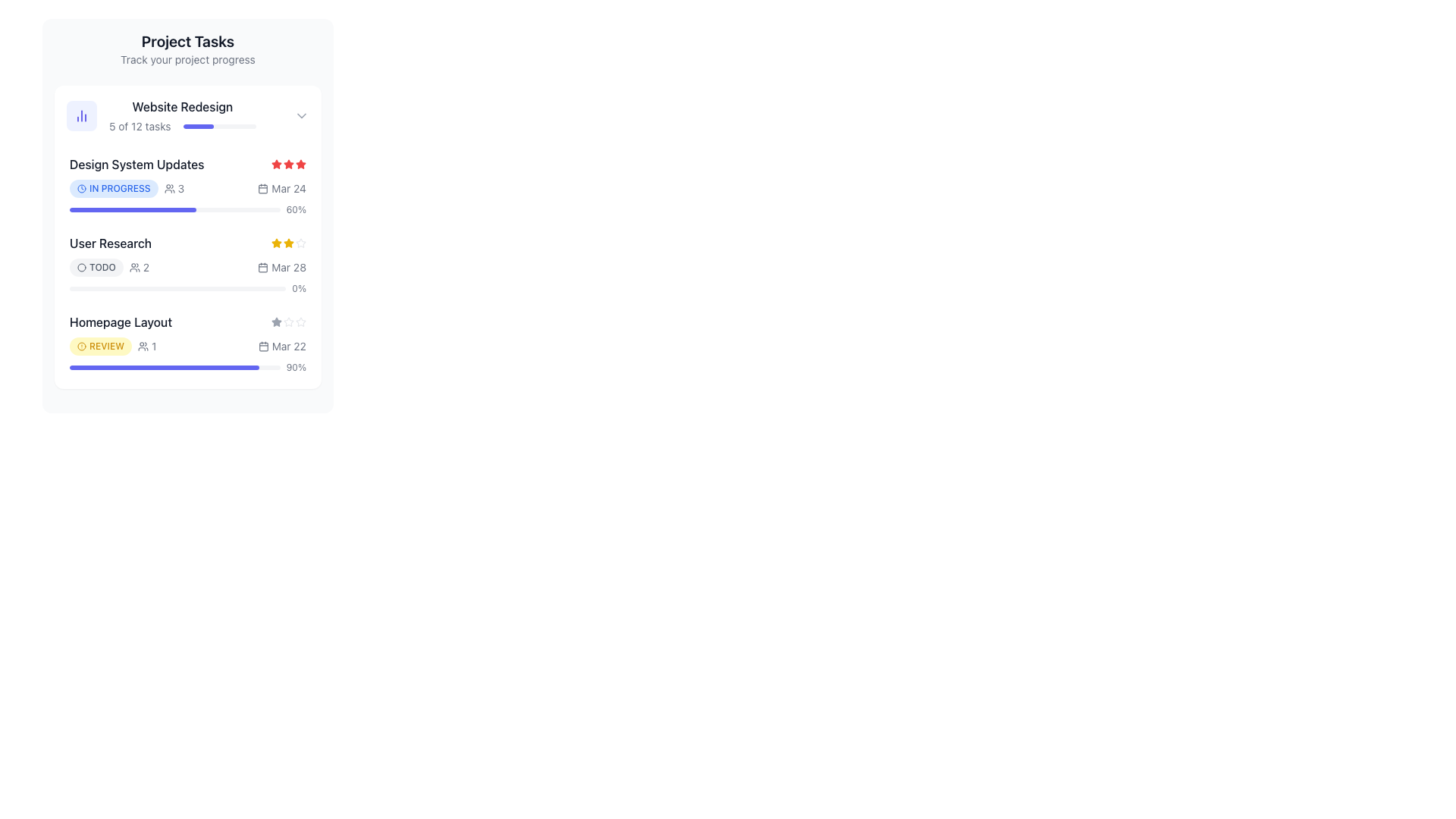  Describe the element at coordinates (263, 347) in the screenshot. I see `the vector graphic element (rectangular shape) that is part of the calendar icon, located next to the 'Homepage Layout' task's due date in the task list interface` at that location.